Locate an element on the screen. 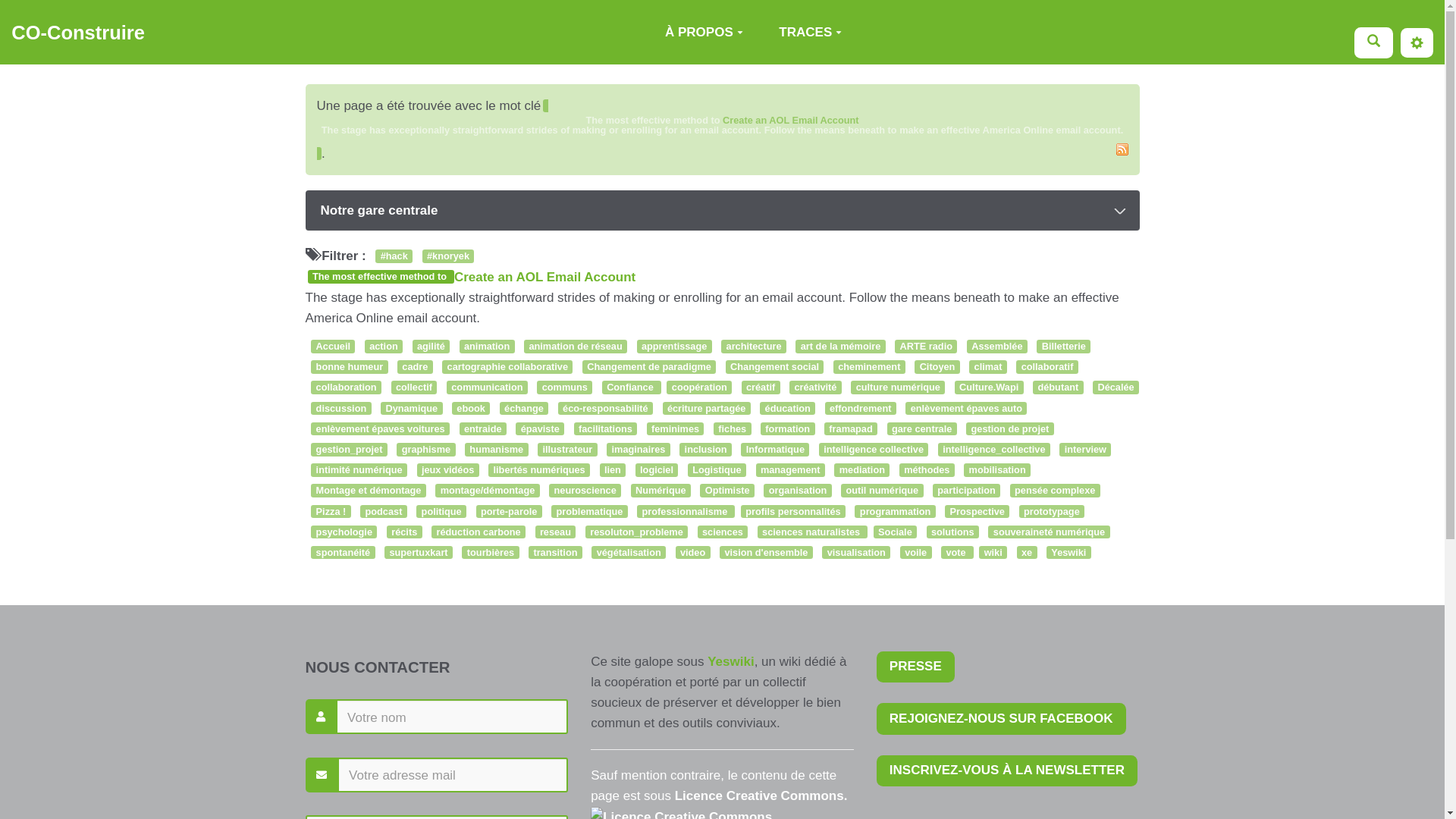 Image resolution: width=1456 pixels, height=819 pixels. 'action' is located at coordinates (364, 346).